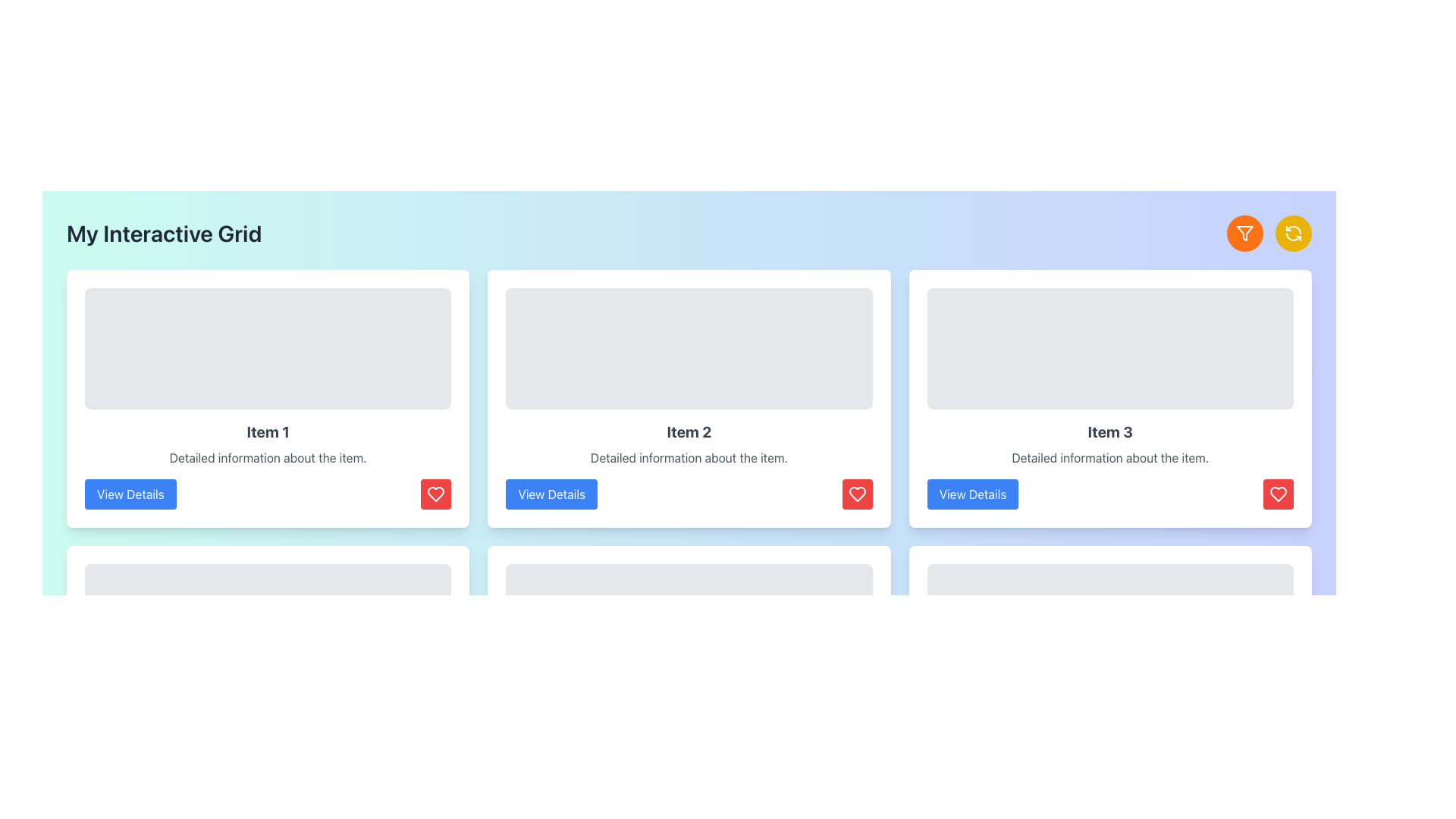 The width and height of the screenshot is (1456, 819). Describe the element at coordinates (1277, 494) in the screenshot. I see `the heart-shaped icon within the button on the third item card to mark the item as favorite` at that location.